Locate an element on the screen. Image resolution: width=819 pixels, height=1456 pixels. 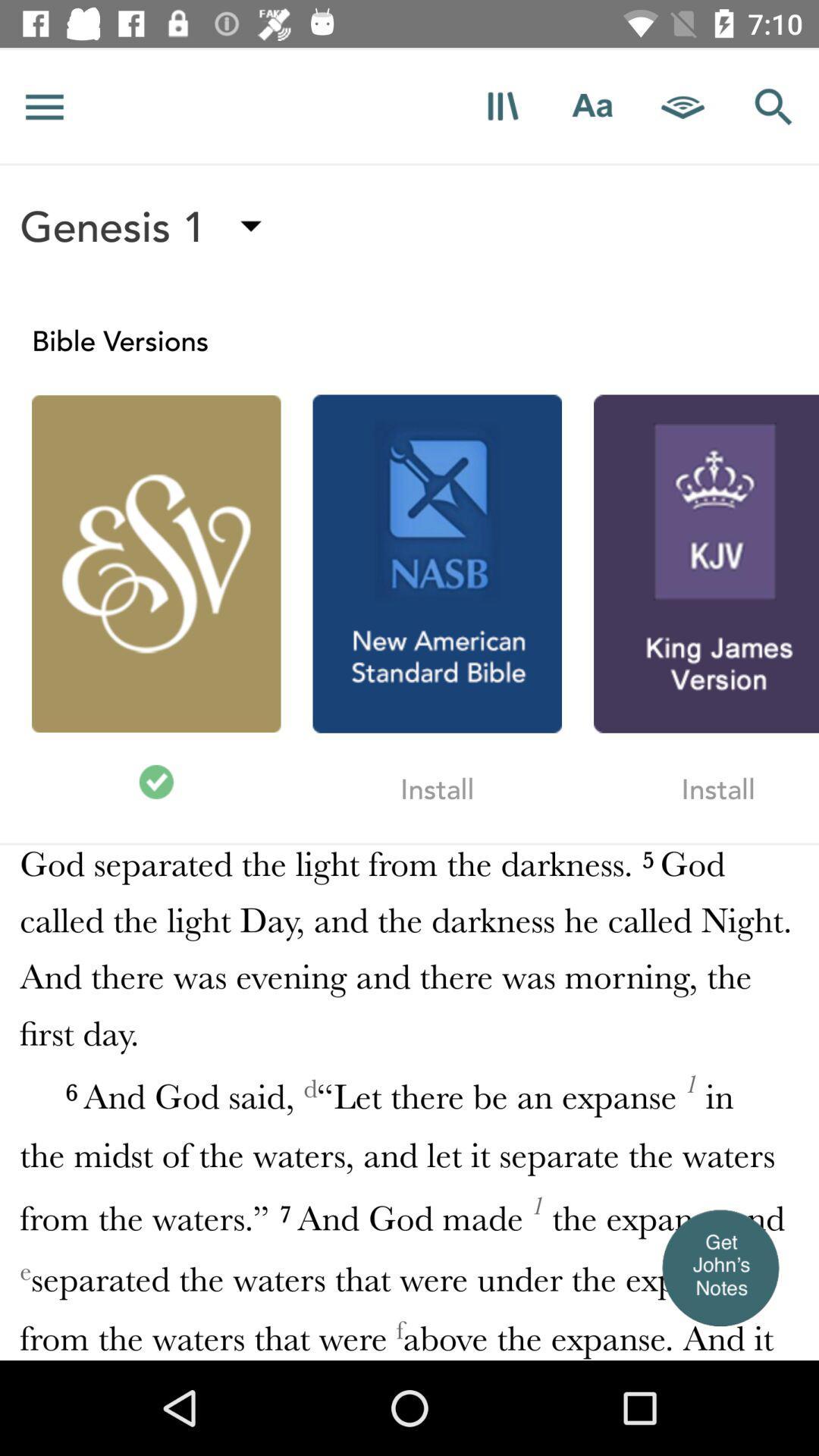
more option is located at coordinates (44, 105).